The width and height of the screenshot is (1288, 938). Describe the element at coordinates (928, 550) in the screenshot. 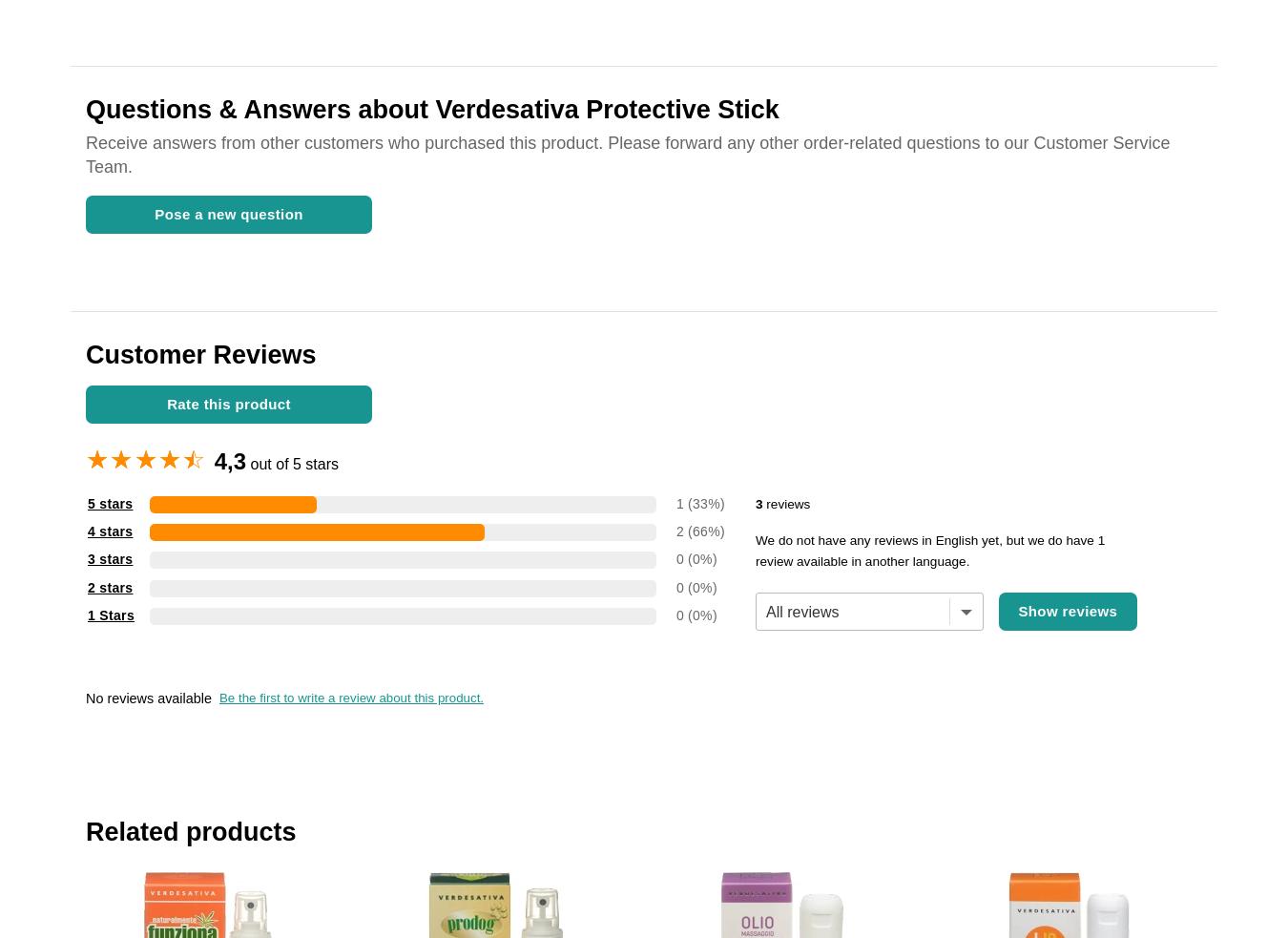

I see `'We do not have any reviews in English yet, but we do have 1 review available in another language.'` at that location.